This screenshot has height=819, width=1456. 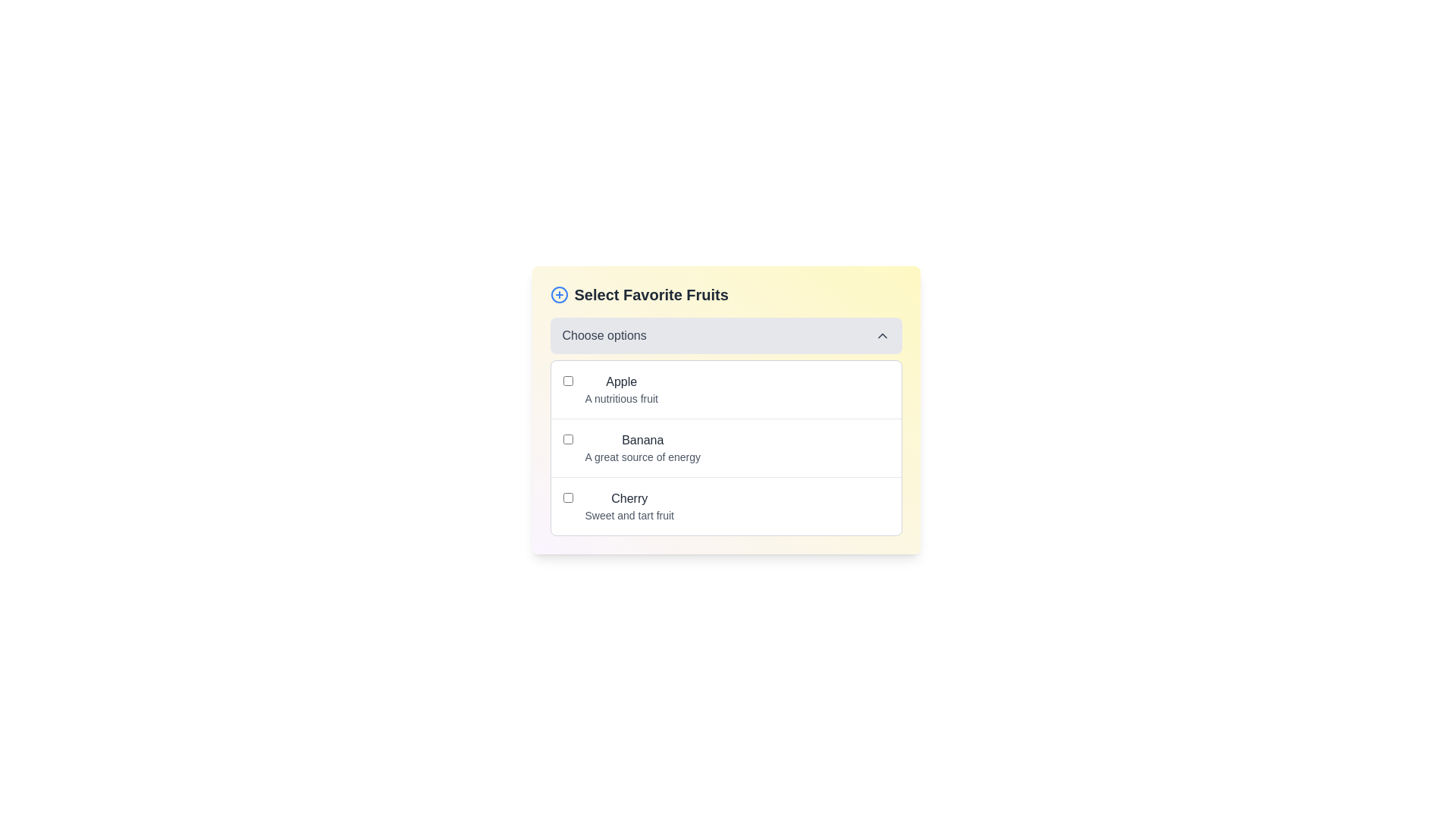 I want to click on 'Banana' text label, which is the second option in the 'Select Favorite Fruits' section, providing the primary label for this selectable item, so click(x=642, y=441).